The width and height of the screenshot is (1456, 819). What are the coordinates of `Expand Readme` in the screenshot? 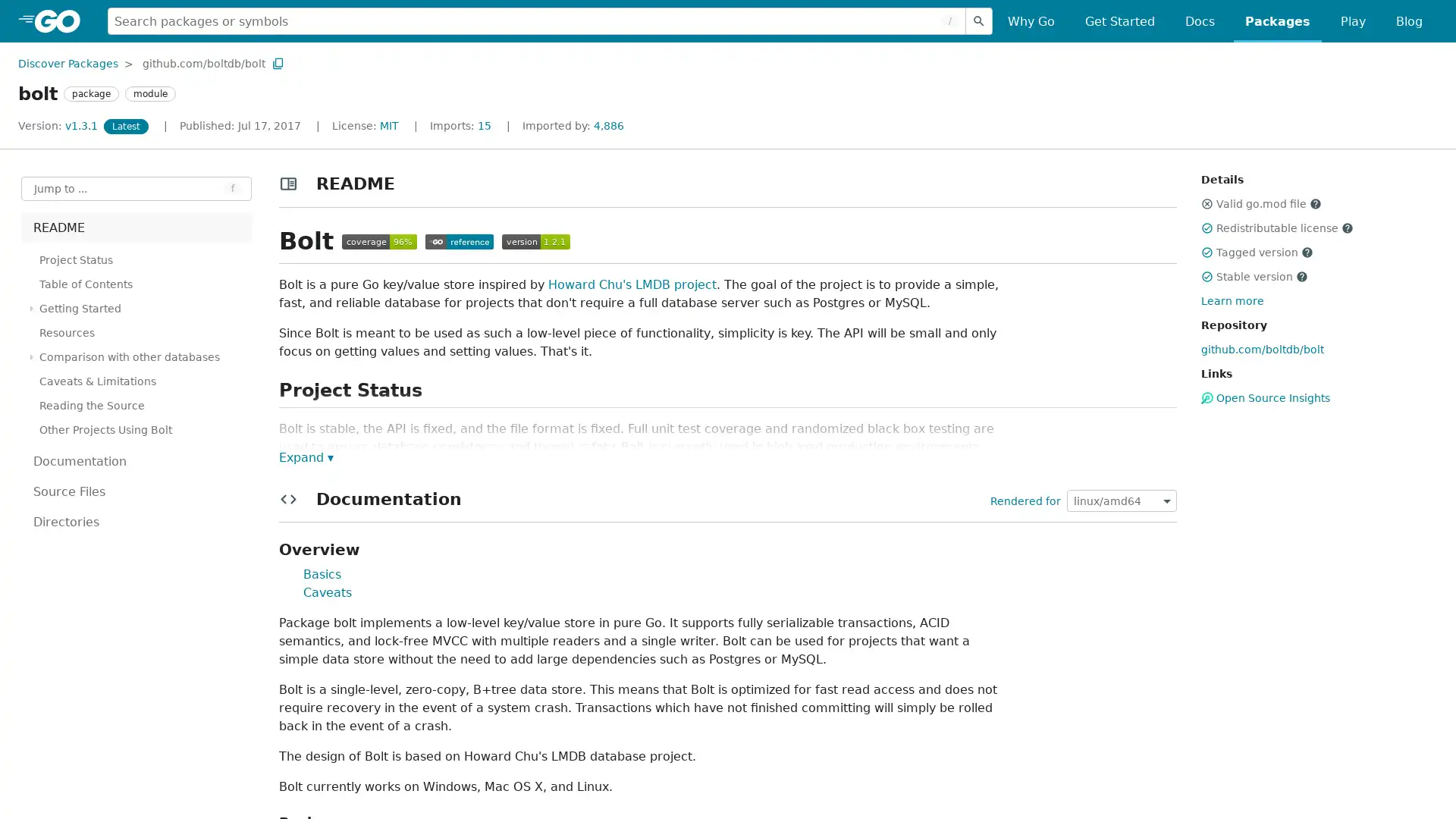 It's located at (305, 456).